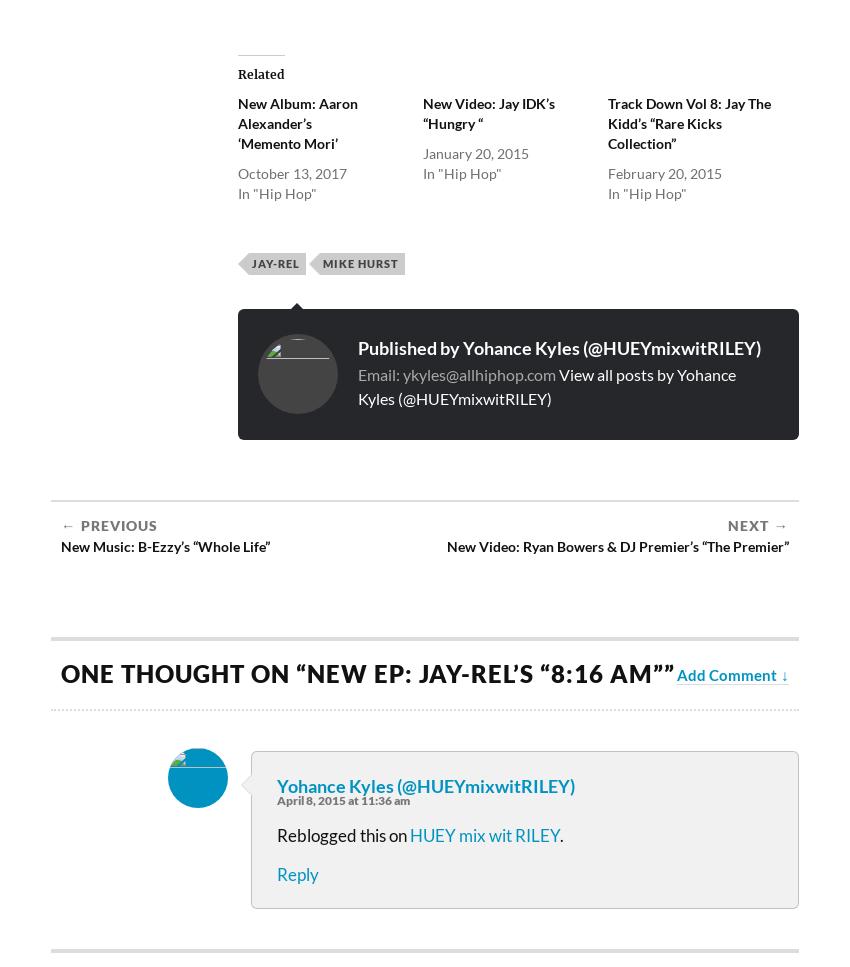 The width and height of the screenshot is (850, 967). What do you see at coordinates (342, 799) in the screenshot?
I see `'April 8, 2015 at 11:36 am'` at bounding box center [342, 799].